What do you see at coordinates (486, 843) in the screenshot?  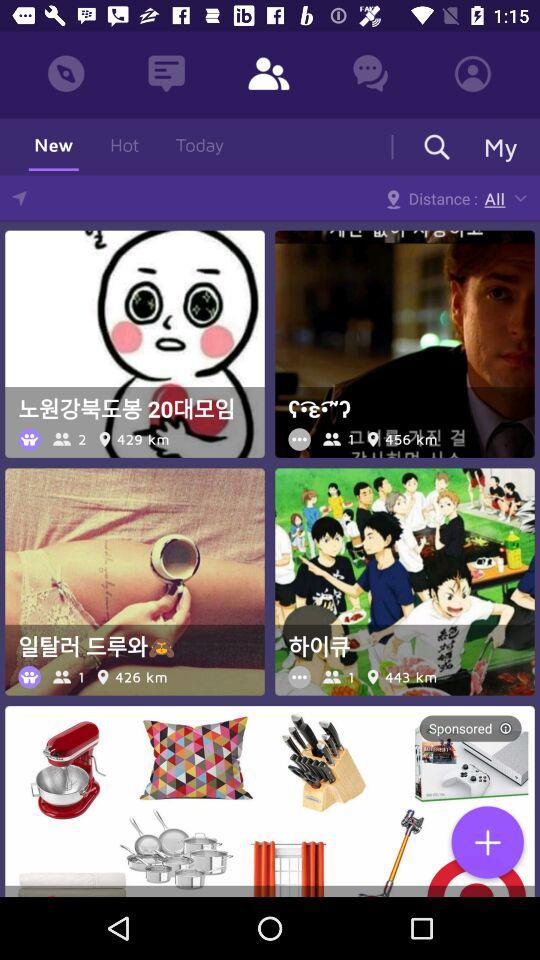 I see `the add icon` at bounding box center [486, 843].